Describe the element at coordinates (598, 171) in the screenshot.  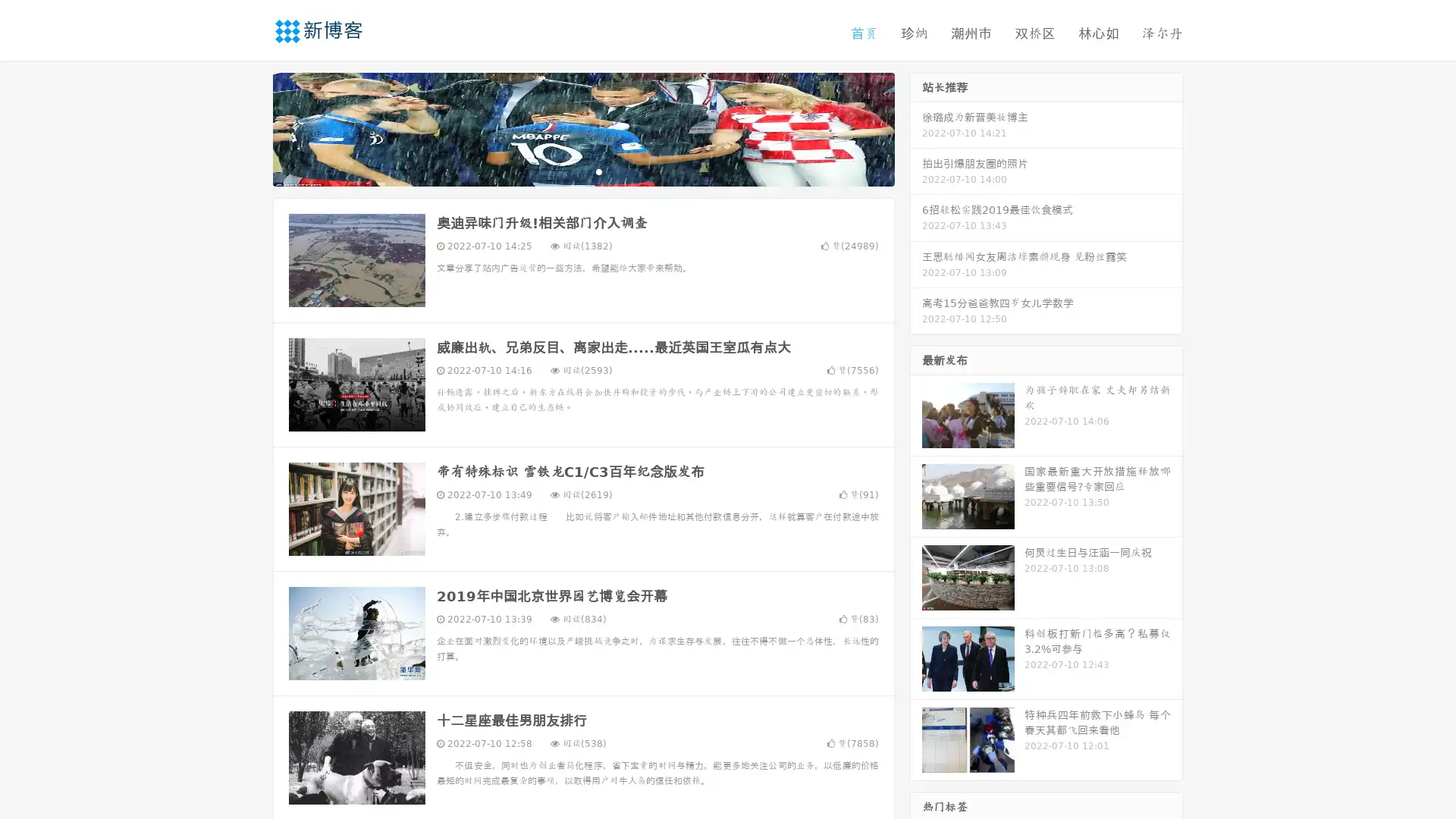
I see `Go to slide 3` at that location.